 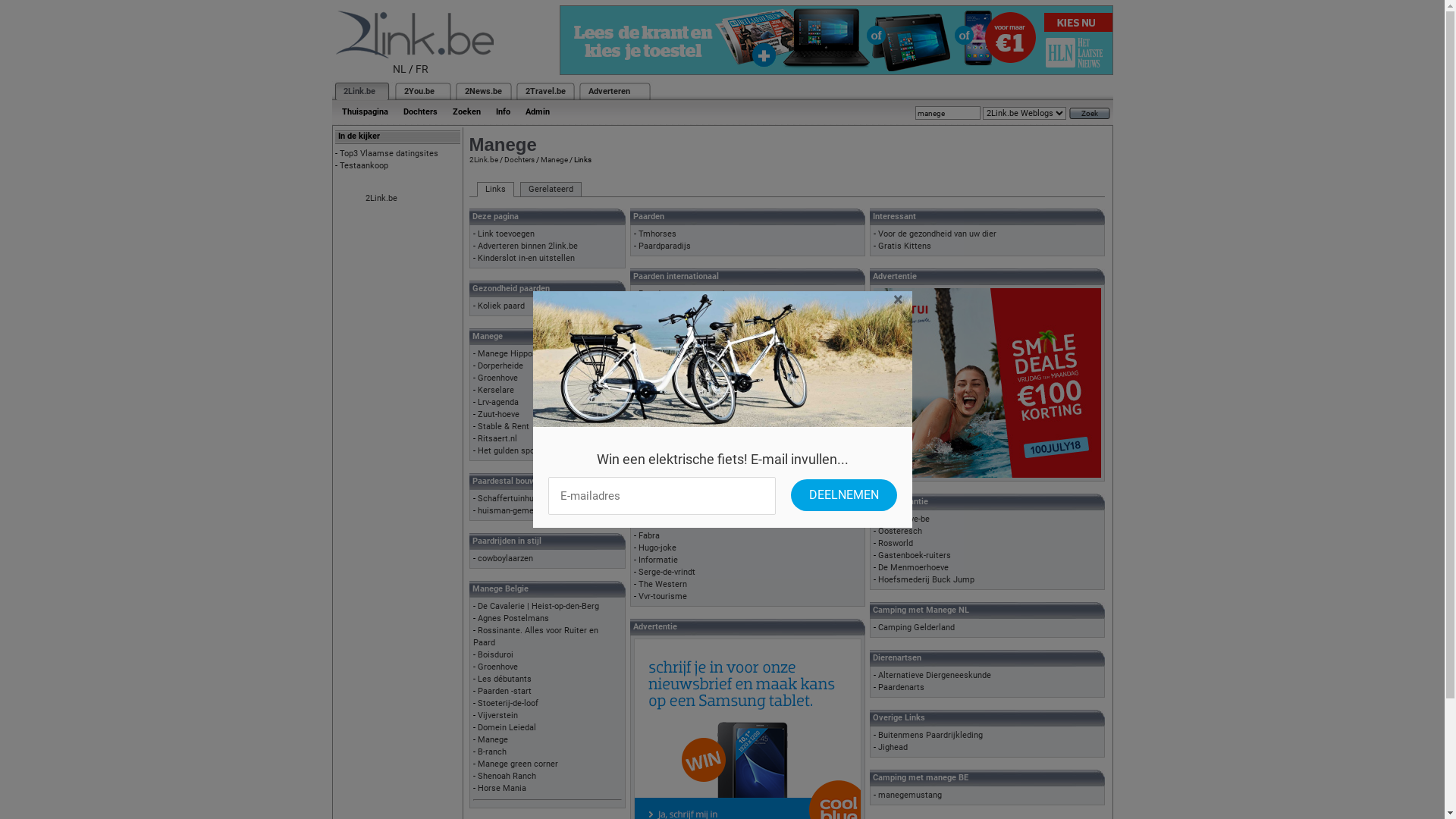 I want to click on 'Paardparadijs', so click(x=664, y=245).